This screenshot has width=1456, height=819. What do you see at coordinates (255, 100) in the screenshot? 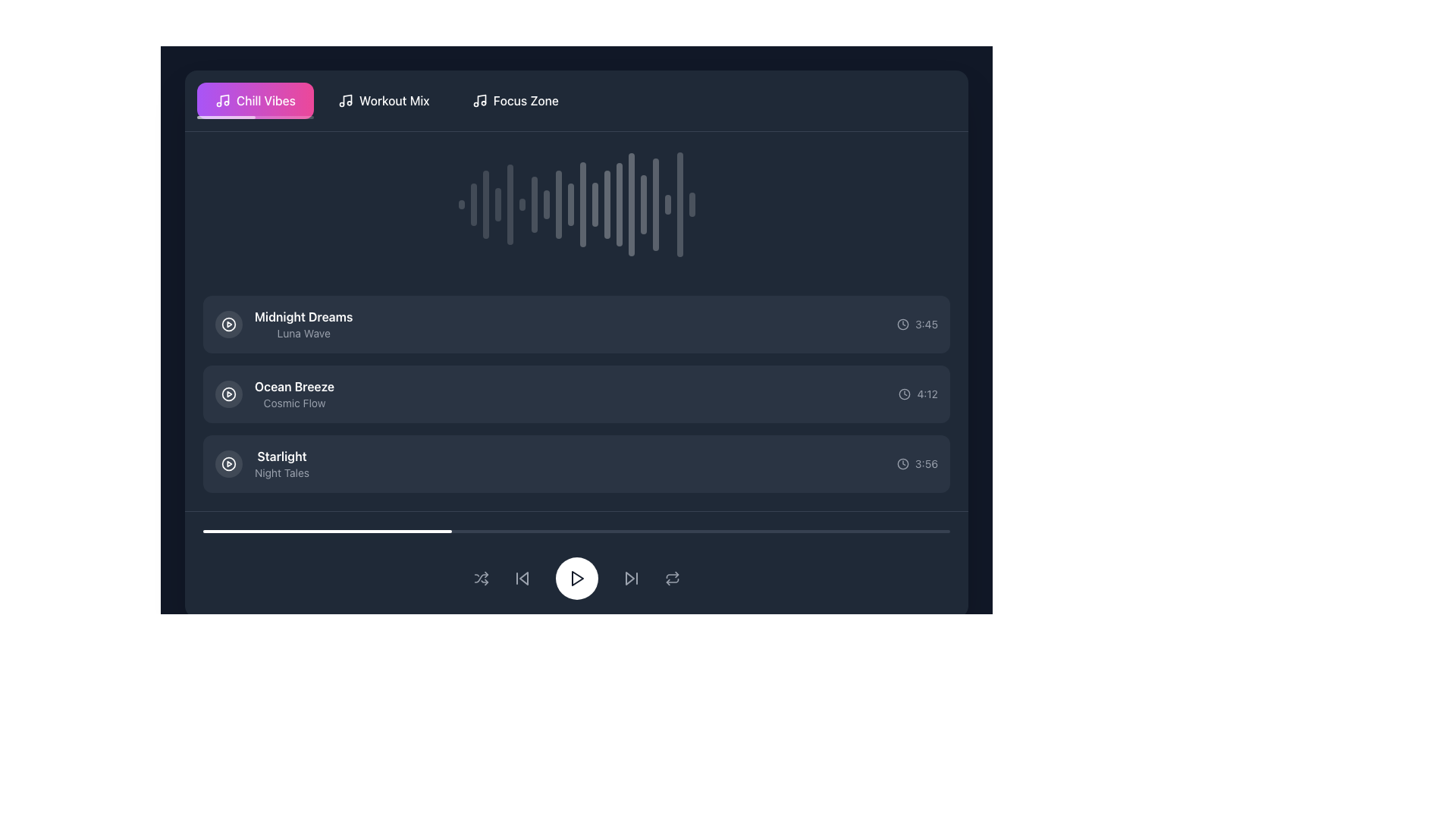
I see `the 'Chill Vibes' button, which features the text in bold font next to a musical note icon against a gradient background` at bounding box center [255, 100].